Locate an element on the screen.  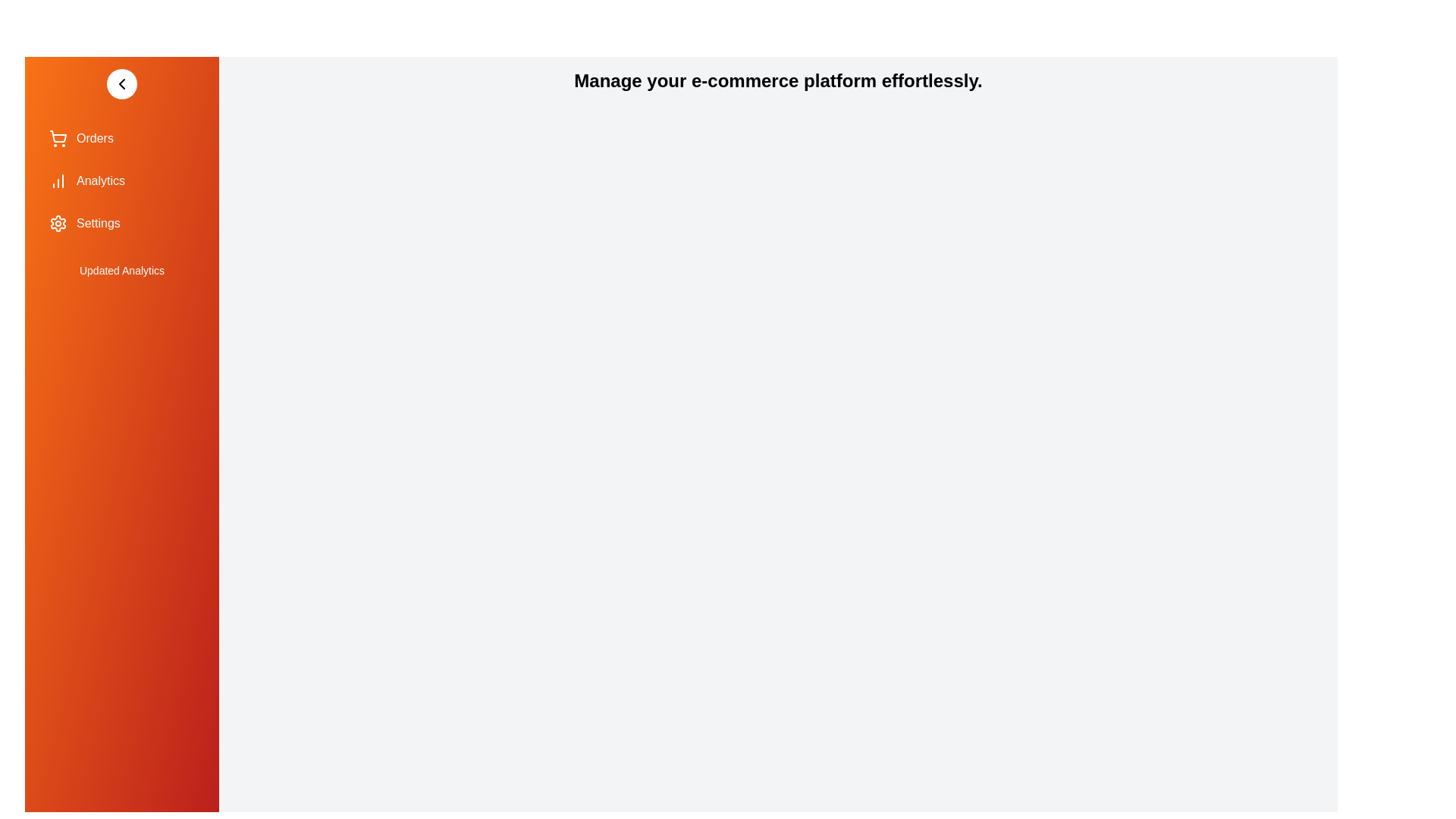
toggle button to change the drawer's state is located at coordinates (122, 84).